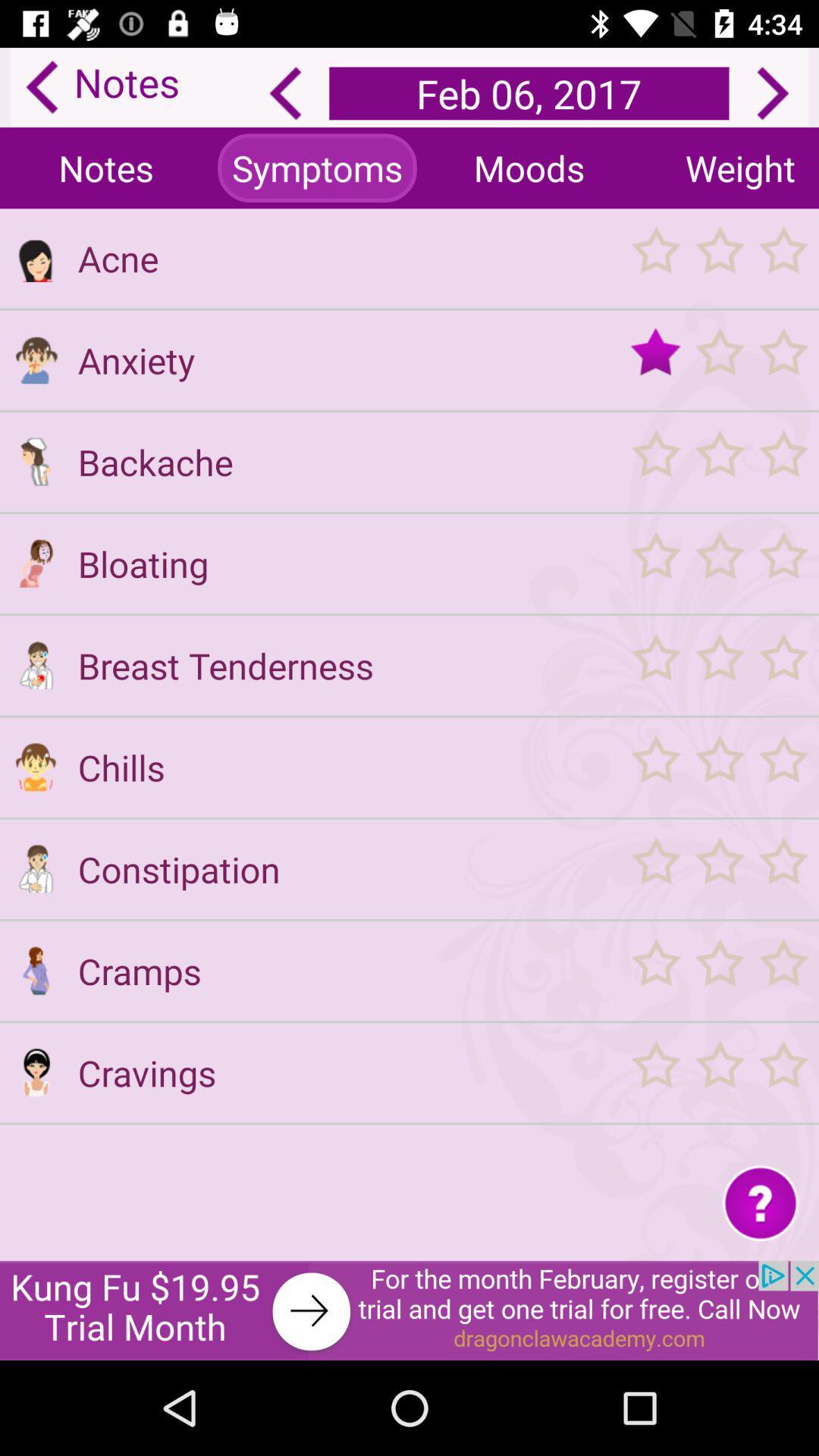 This screenshot has width=819, height=1456. I want to click on the help icon, so click(761, 1201).